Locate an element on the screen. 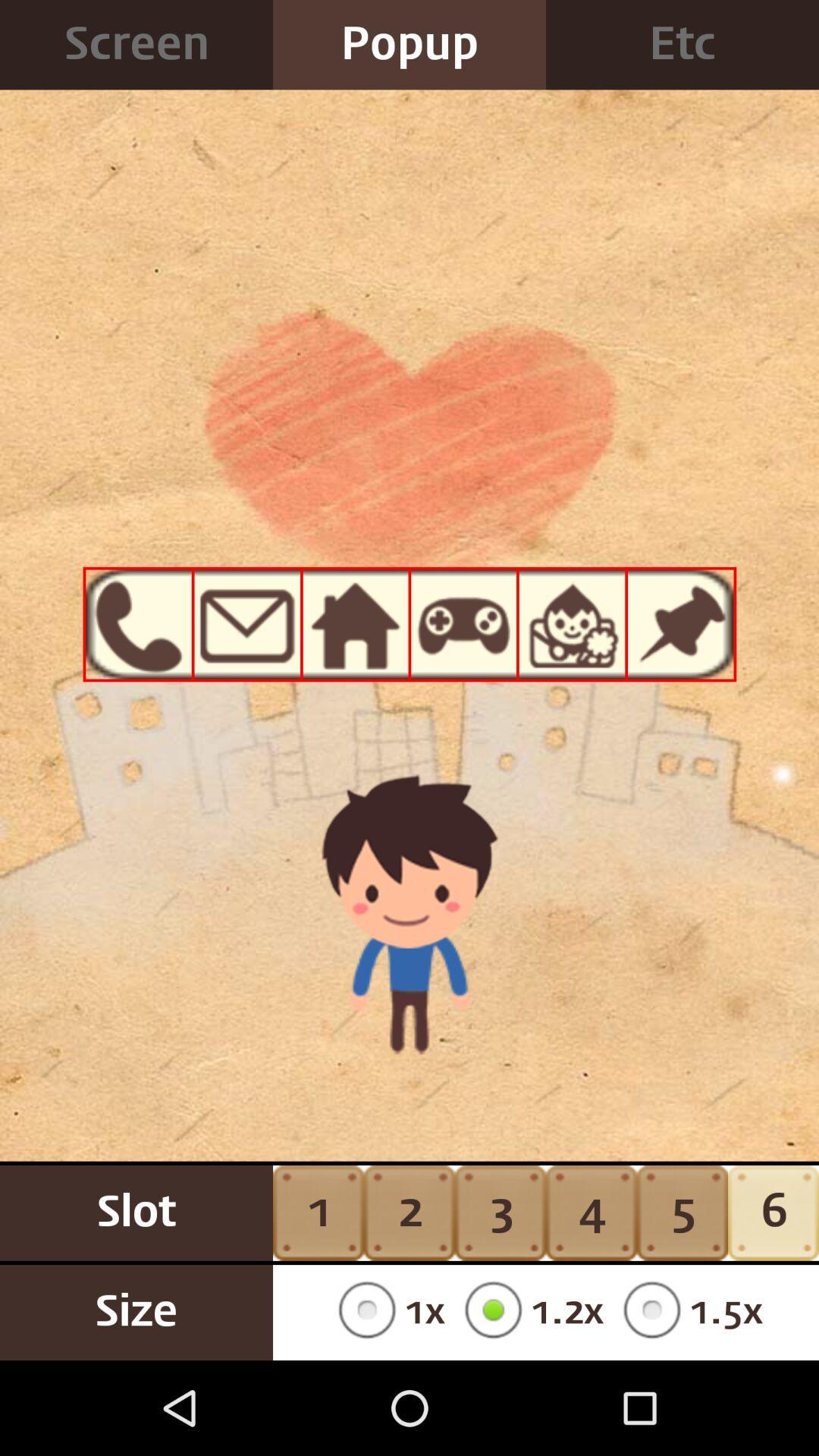  icon to the right of the 5 item is located at coordinates (773, 1212).